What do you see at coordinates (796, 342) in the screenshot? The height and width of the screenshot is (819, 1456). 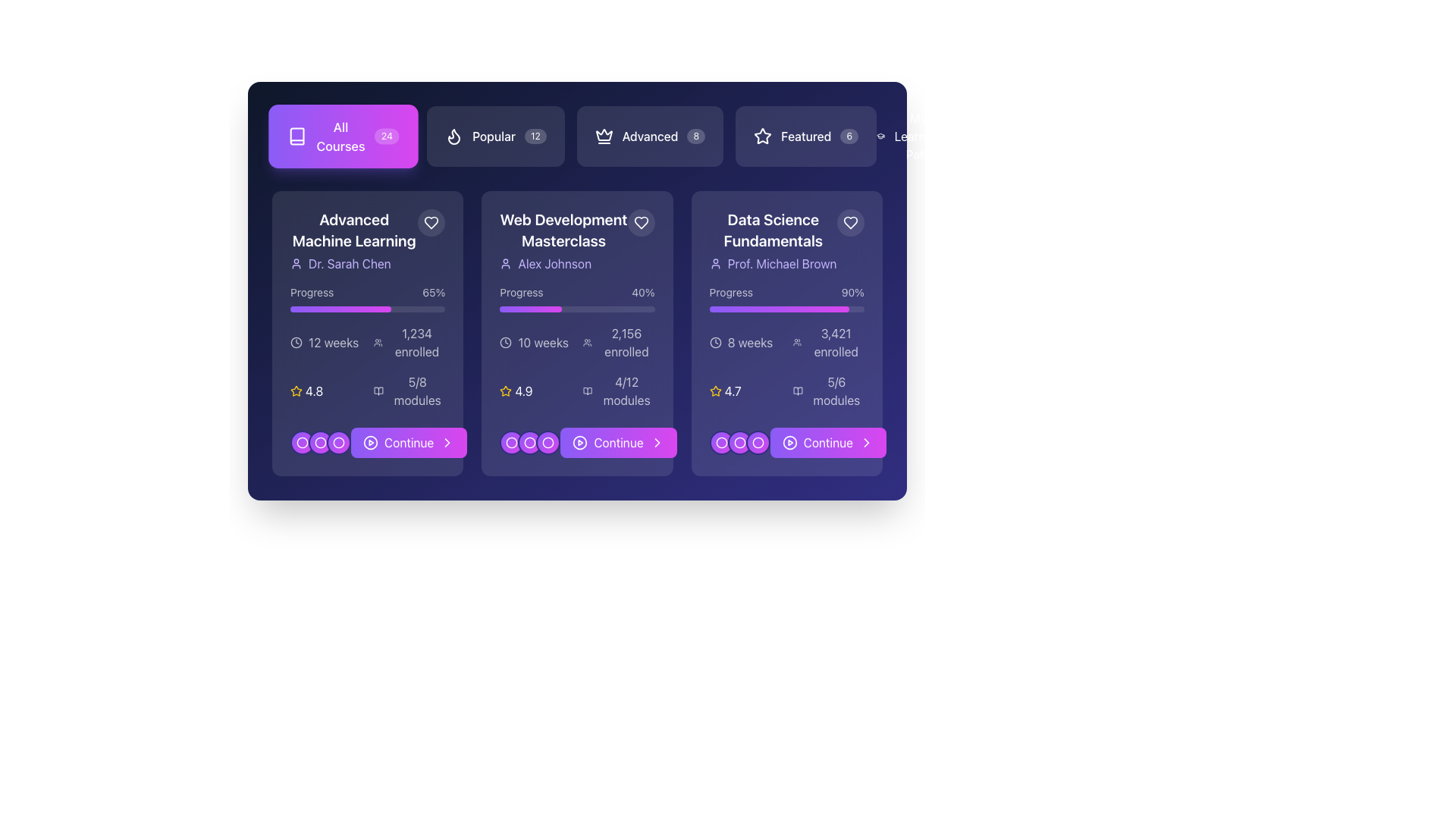 I see `the icon representing the number of participants enrolled in the course, located to the left of the text '3,421 enrolled' in the bottom-right card of the grid panel` at bounding box center [796, 342].